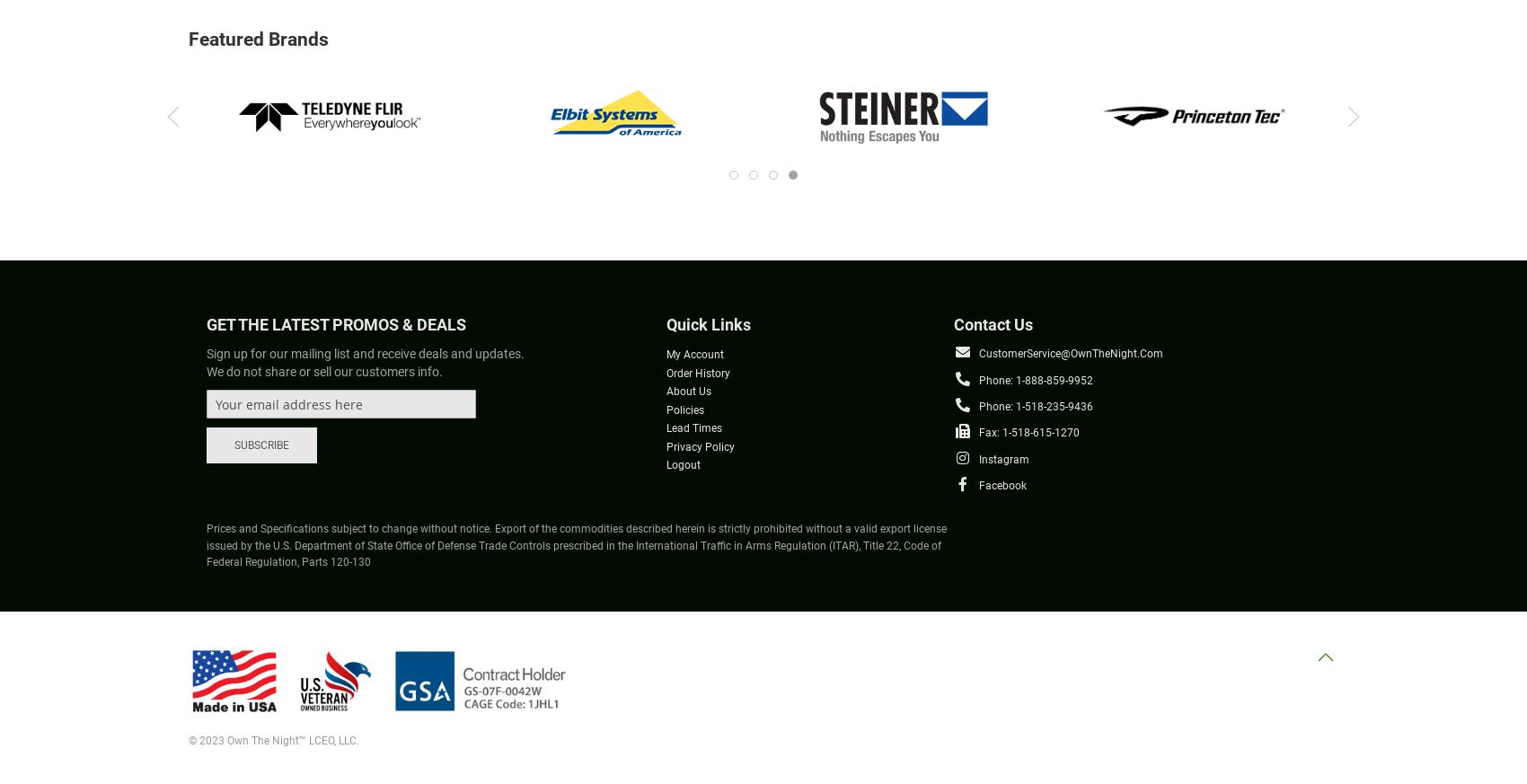 This screenshot has width=1527, height=784. Describe the element at coordinates (707, 322) in the screenshot. I see `'Quick Links'` at that location.